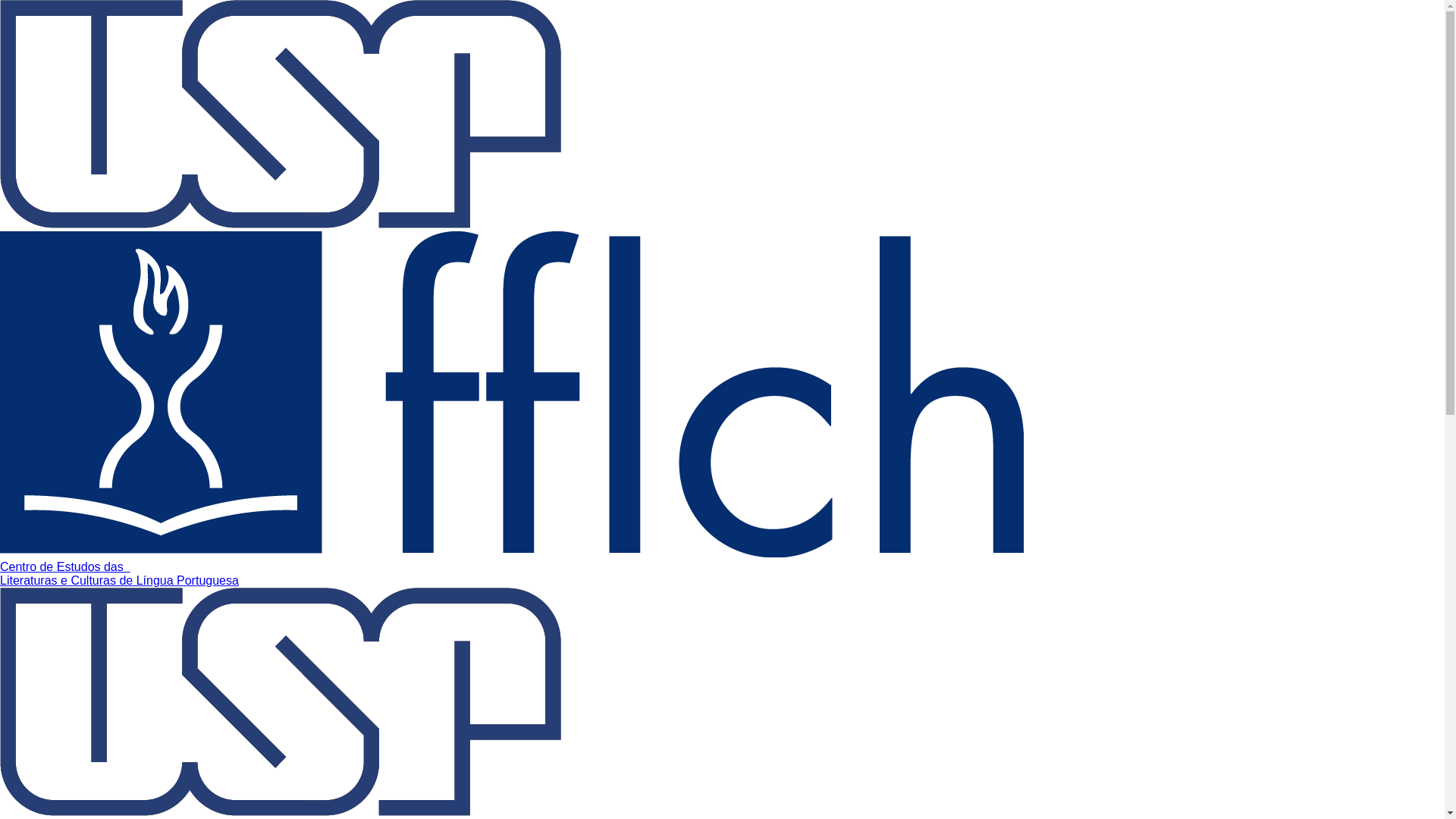 The height and width of the screenshot is (819, 1456). What do you see at coordinates (0, 566) in the screenshot?
I see `'Centro de Estudos das  '` at bounding box center [0, 566].